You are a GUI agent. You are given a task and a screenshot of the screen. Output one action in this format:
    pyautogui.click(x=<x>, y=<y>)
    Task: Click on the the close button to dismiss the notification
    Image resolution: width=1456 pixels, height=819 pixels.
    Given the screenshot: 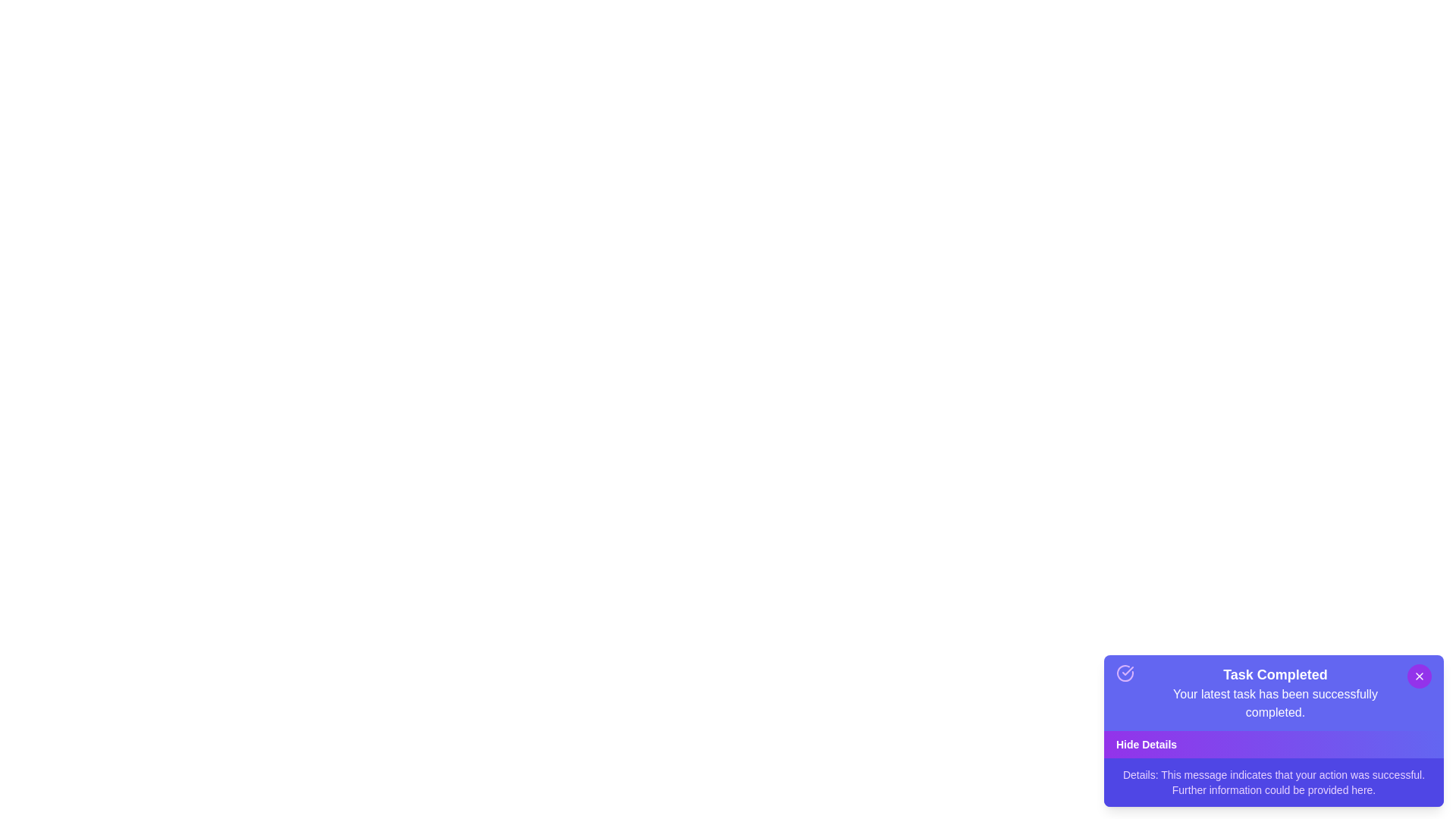 What is the action you would take?
    pyautogui.click(x=1419, y=675)
    